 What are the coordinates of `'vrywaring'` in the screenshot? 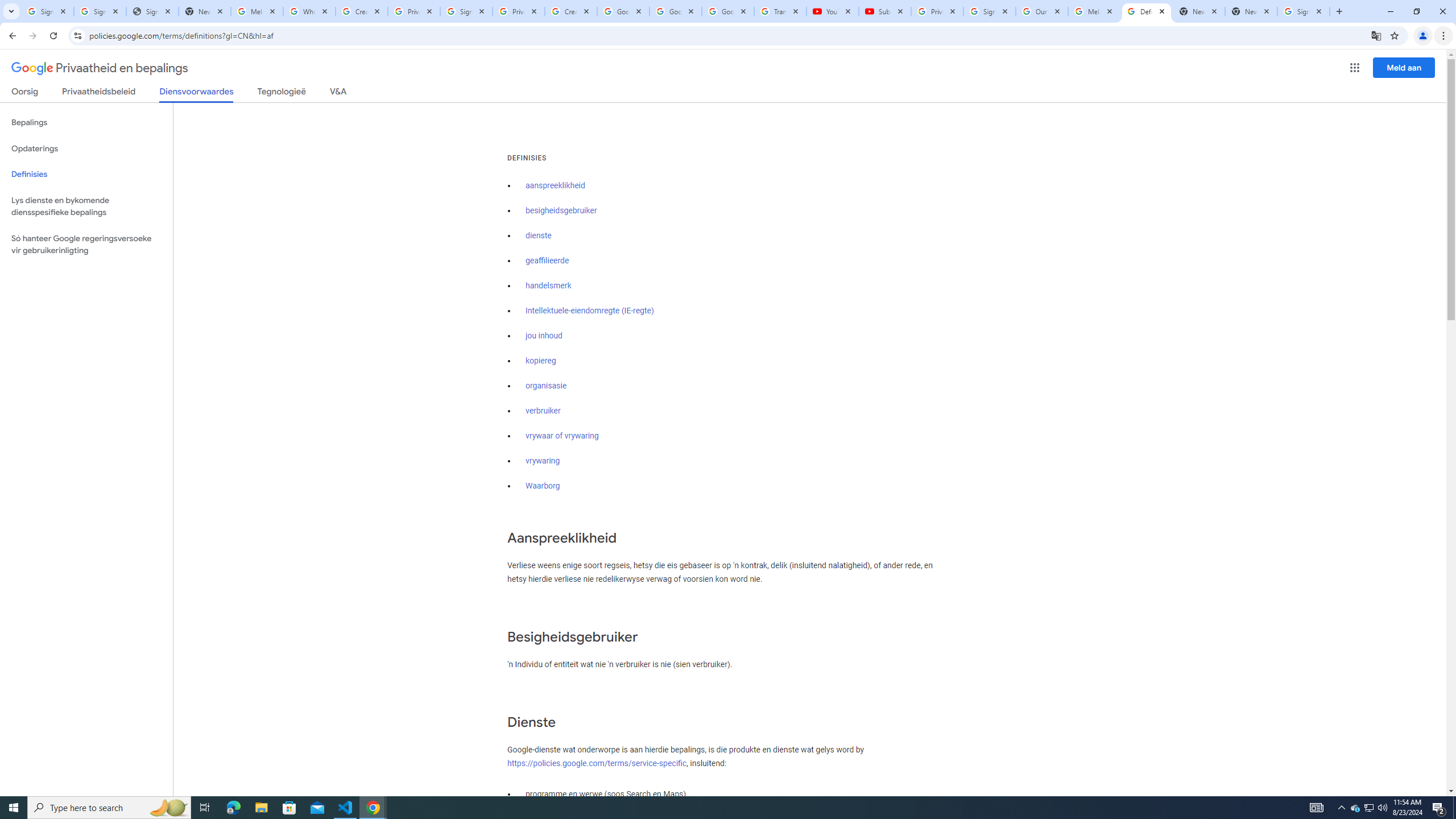 It's located at (542, 460).